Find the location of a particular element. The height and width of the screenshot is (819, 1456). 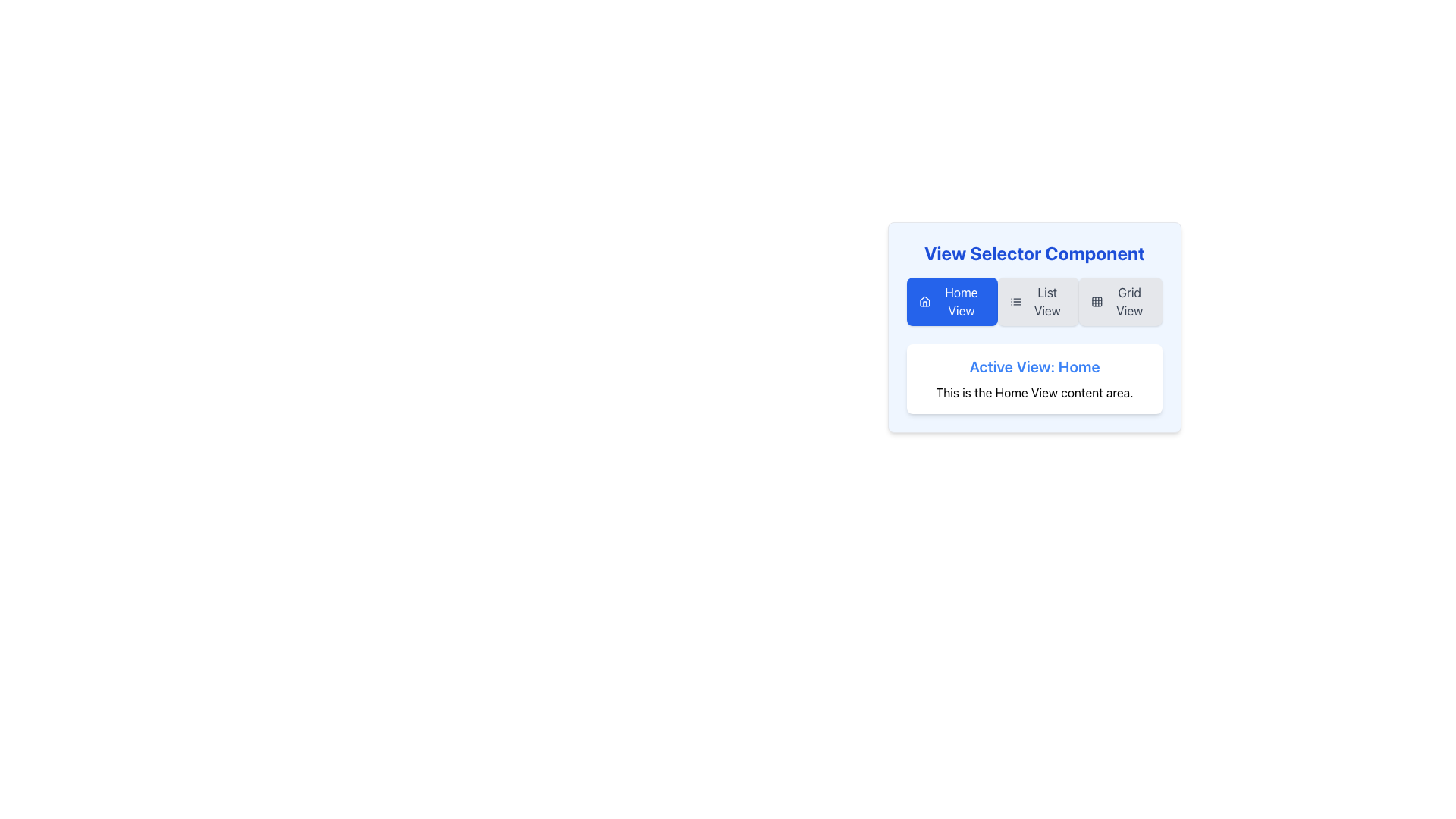

the second button in the 'View Selector Component' is located at coordinates (1037, 301).